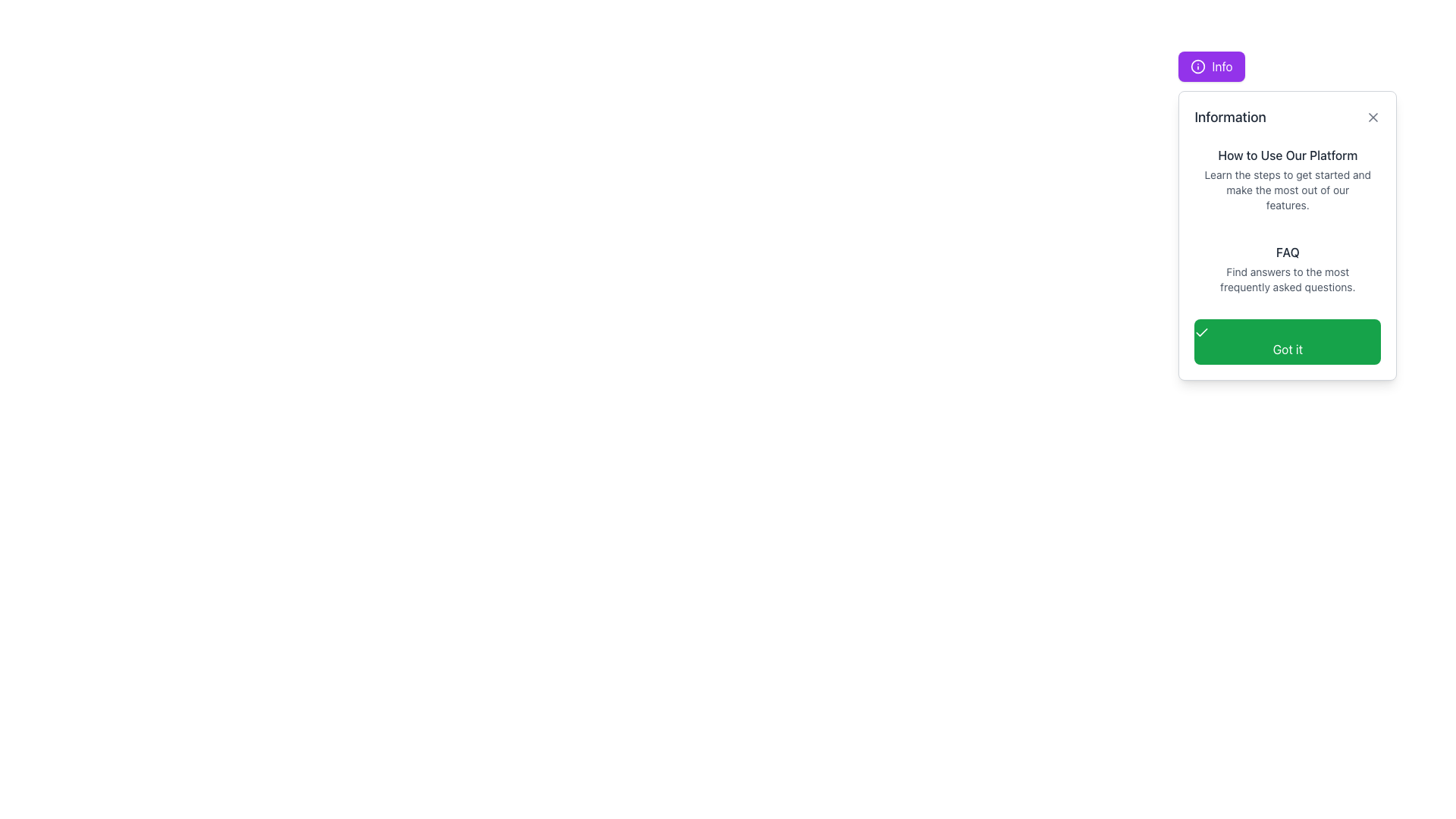 This screenshot has height=819, width=1456. What do you see at coordinates (1287, 342) in the screenshot?
I see `the green button labeled 'Got it' with a checkmark icon to confirm or dismiss the action` at bounding box center [1287, 342].